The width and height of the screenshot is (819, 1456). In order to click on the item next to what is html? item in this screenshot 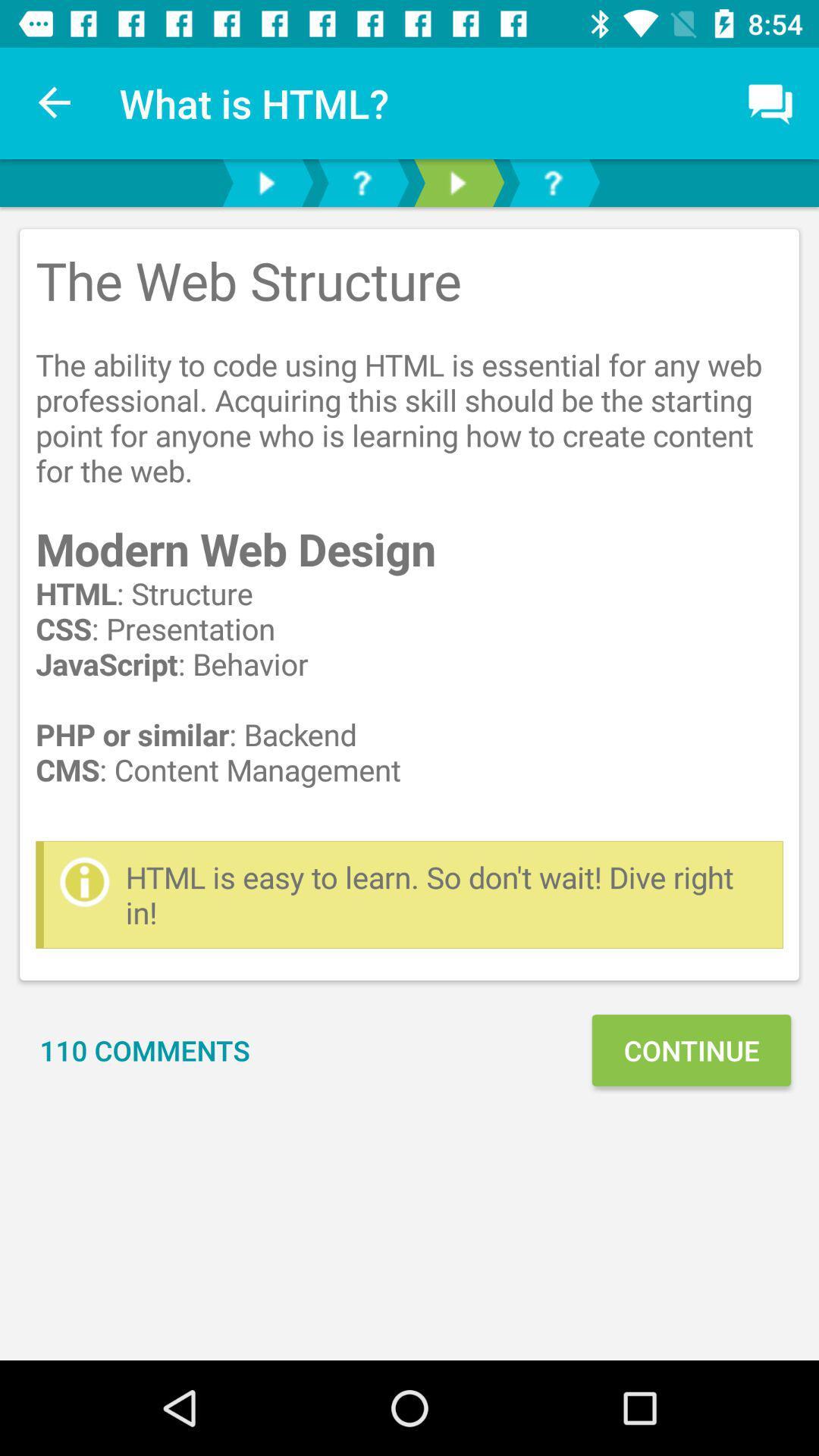, I will do `click(55, 102)`.